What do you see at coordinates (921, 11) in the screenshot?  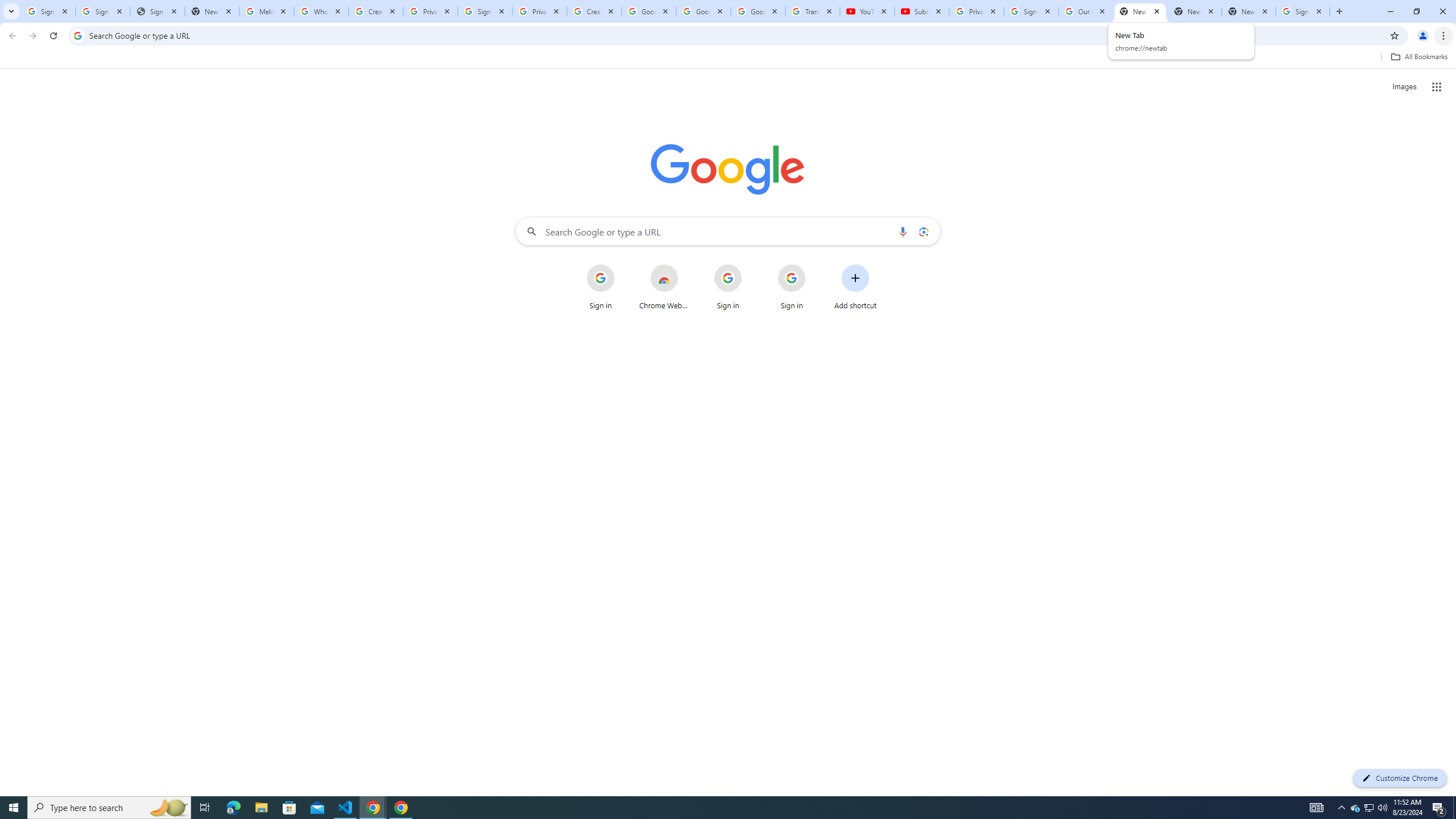 I see `'Subscriptions - YouTube'` at bounding box center [921, 11].